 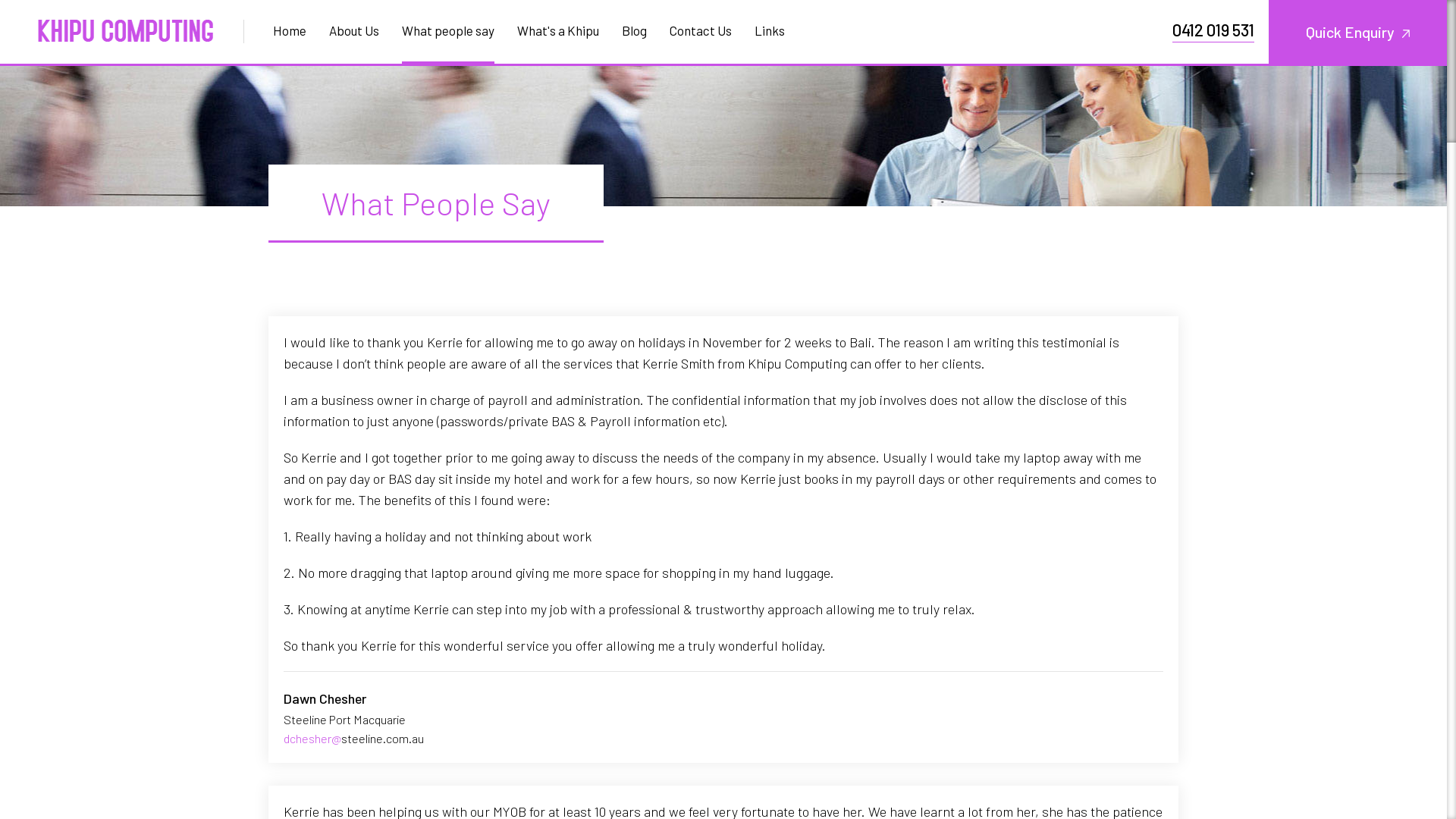 I want to click on 'What people say', so click(x=447, y=30).